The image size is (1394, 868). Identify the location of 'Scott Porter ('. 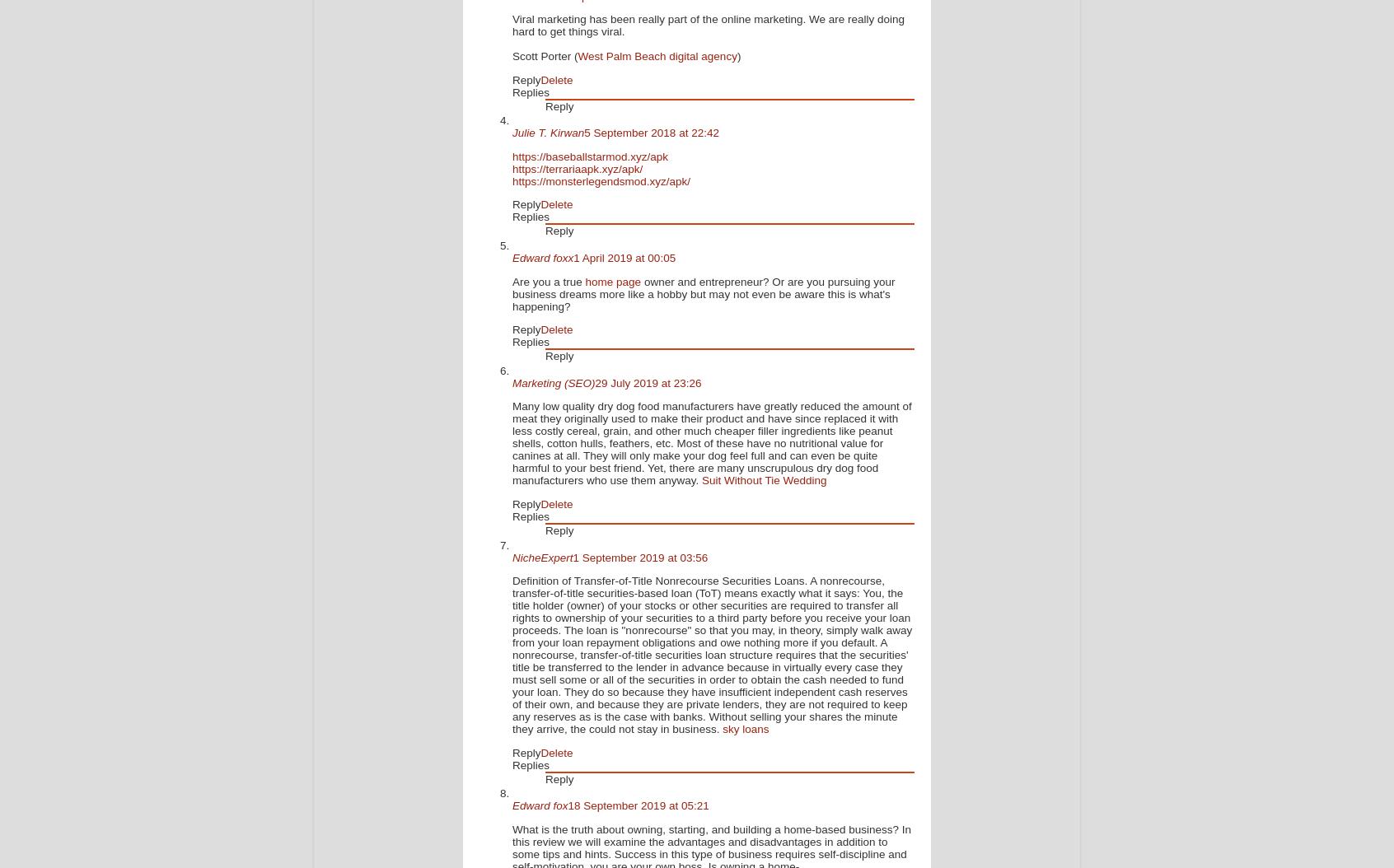
(545, 55).